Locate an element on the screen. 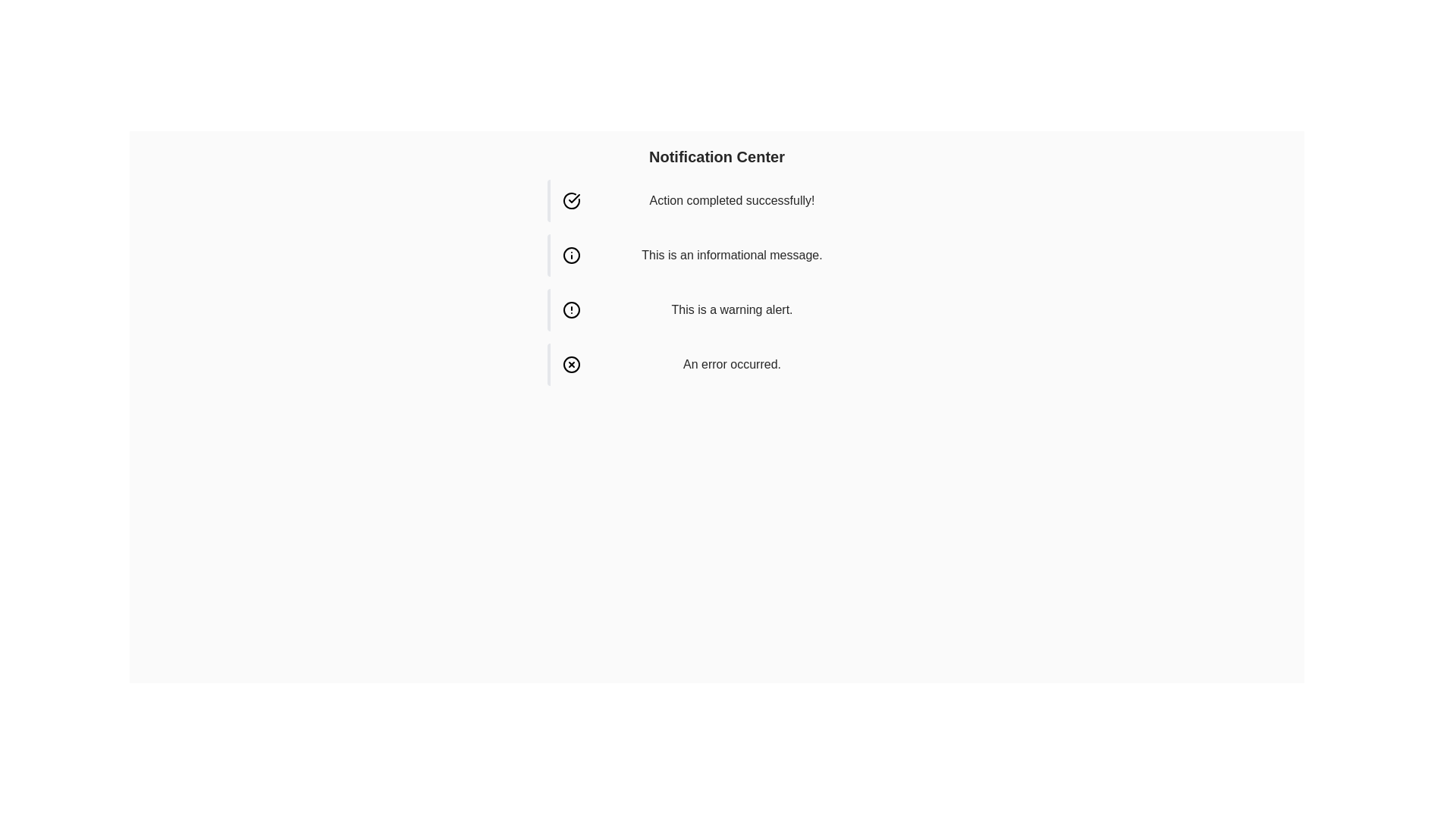 The width and height of the screenshot is (1456, 819). the notification banner displaying 'Action completed successfully!' with a green-themed success design is located at coordinates (716, 200).